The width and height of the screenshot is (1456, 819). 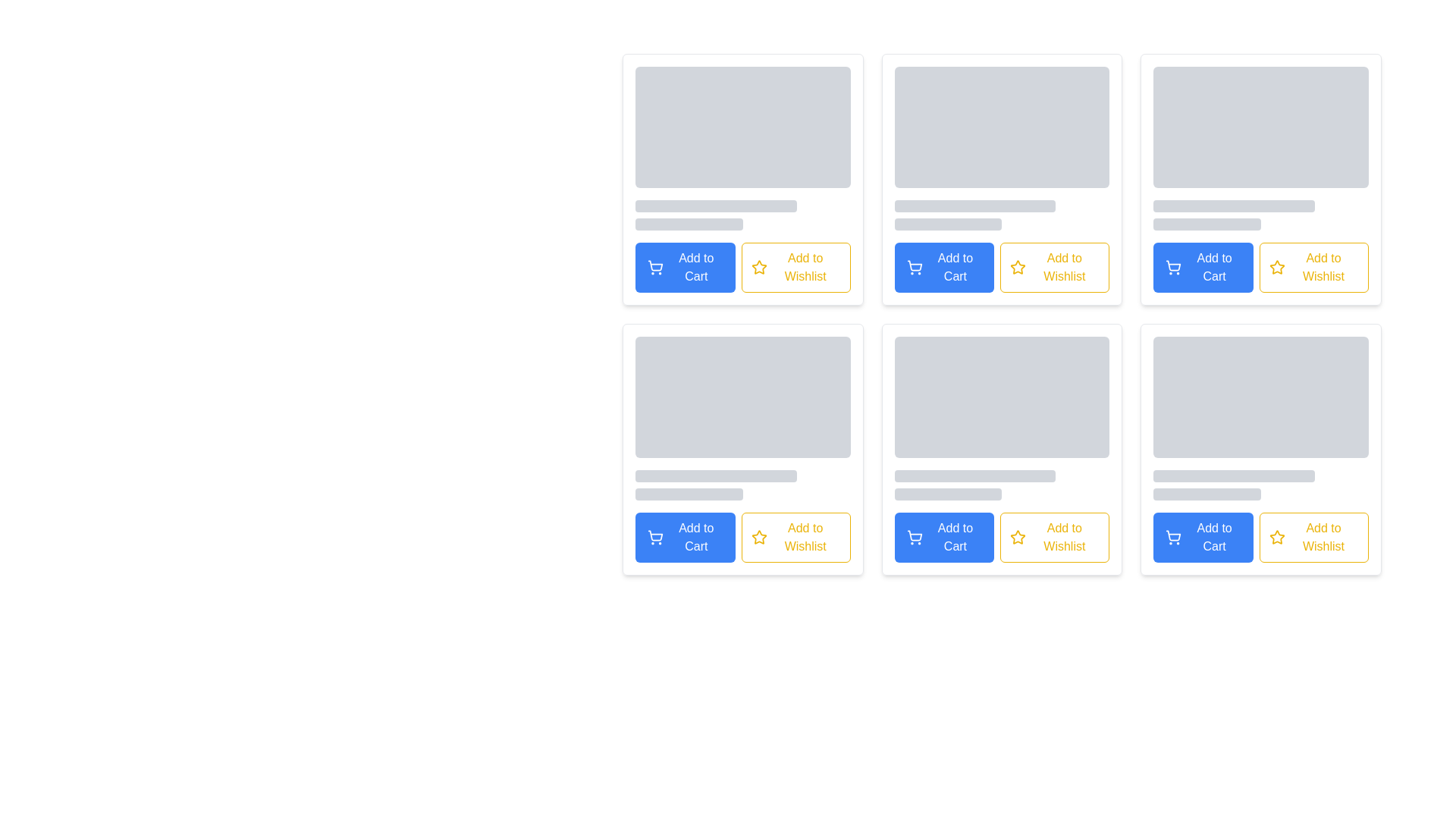 What do you see at coordinates (655, 267) in the screenshot?
I see `the shopping cart icon outlined in white lines on a blue circular background` at bounding box center [655, 267].